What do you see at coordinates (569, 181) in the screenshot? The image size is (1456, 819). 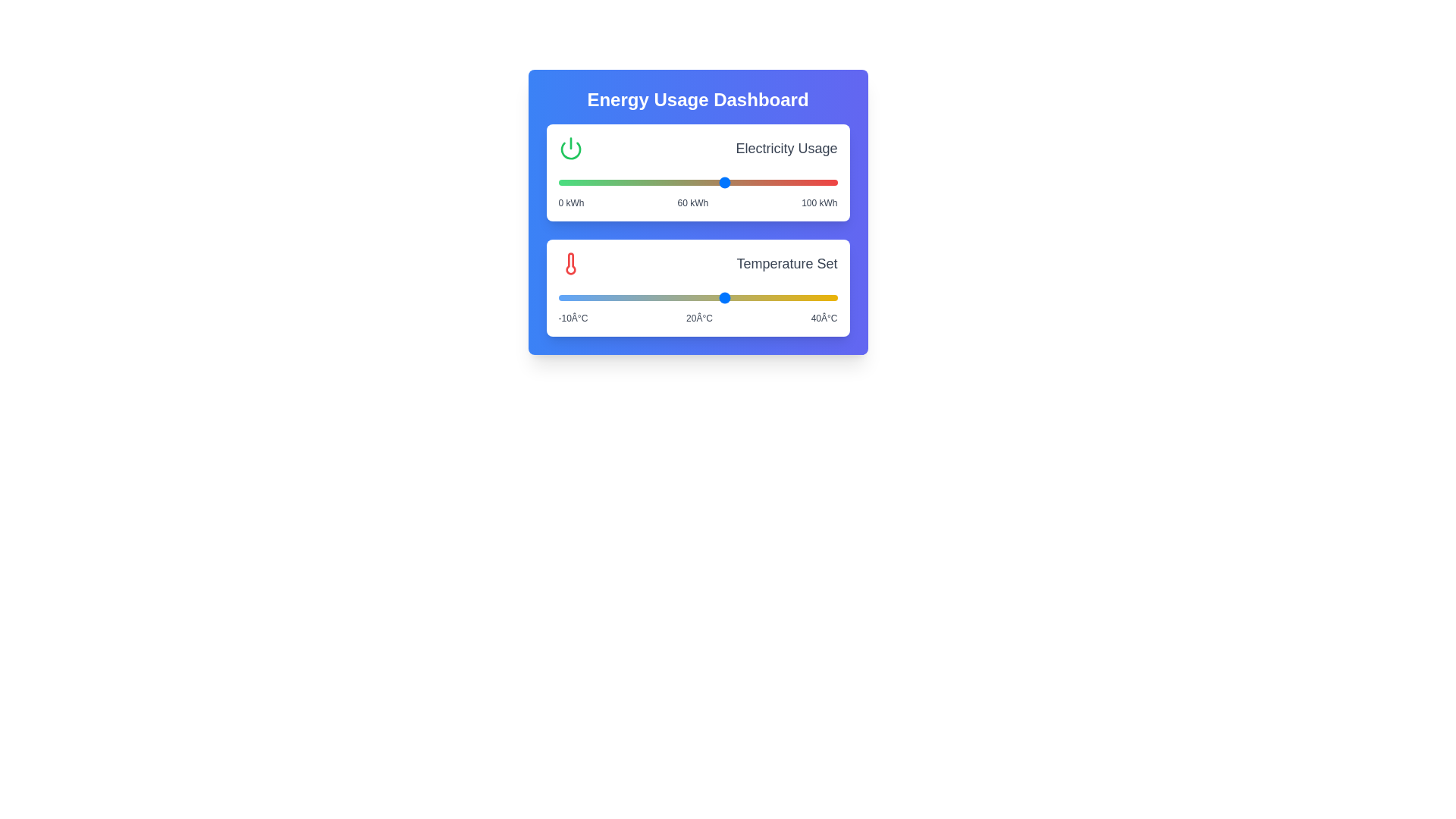 I see `the electricity usage slider to 4 kWh` at bounding box center [569, 181].